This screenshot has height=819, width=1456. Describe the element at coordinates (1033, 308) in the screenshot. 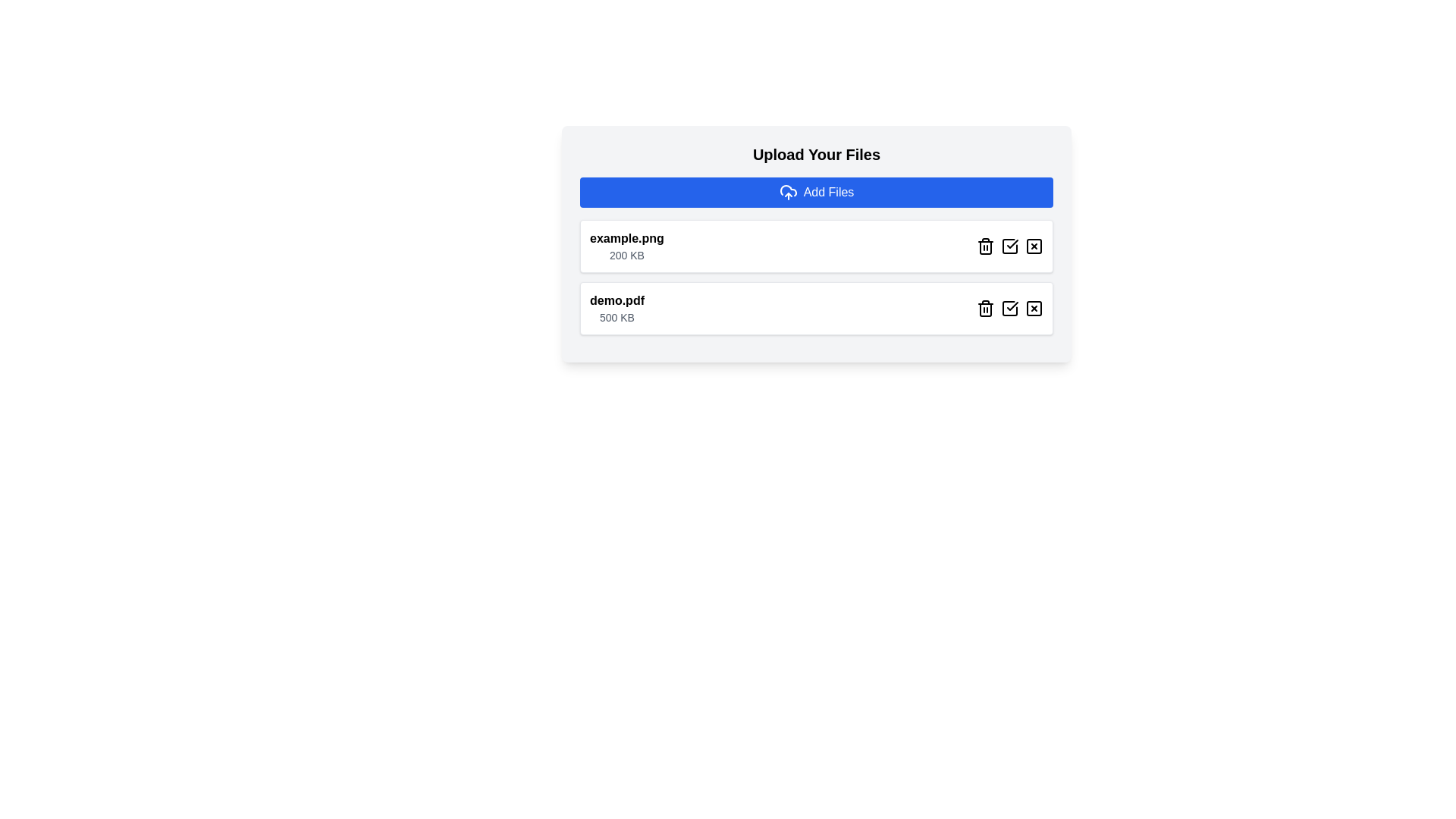

I see `the actionable icon located on the far right of the list item in the file upload interface` at that location.